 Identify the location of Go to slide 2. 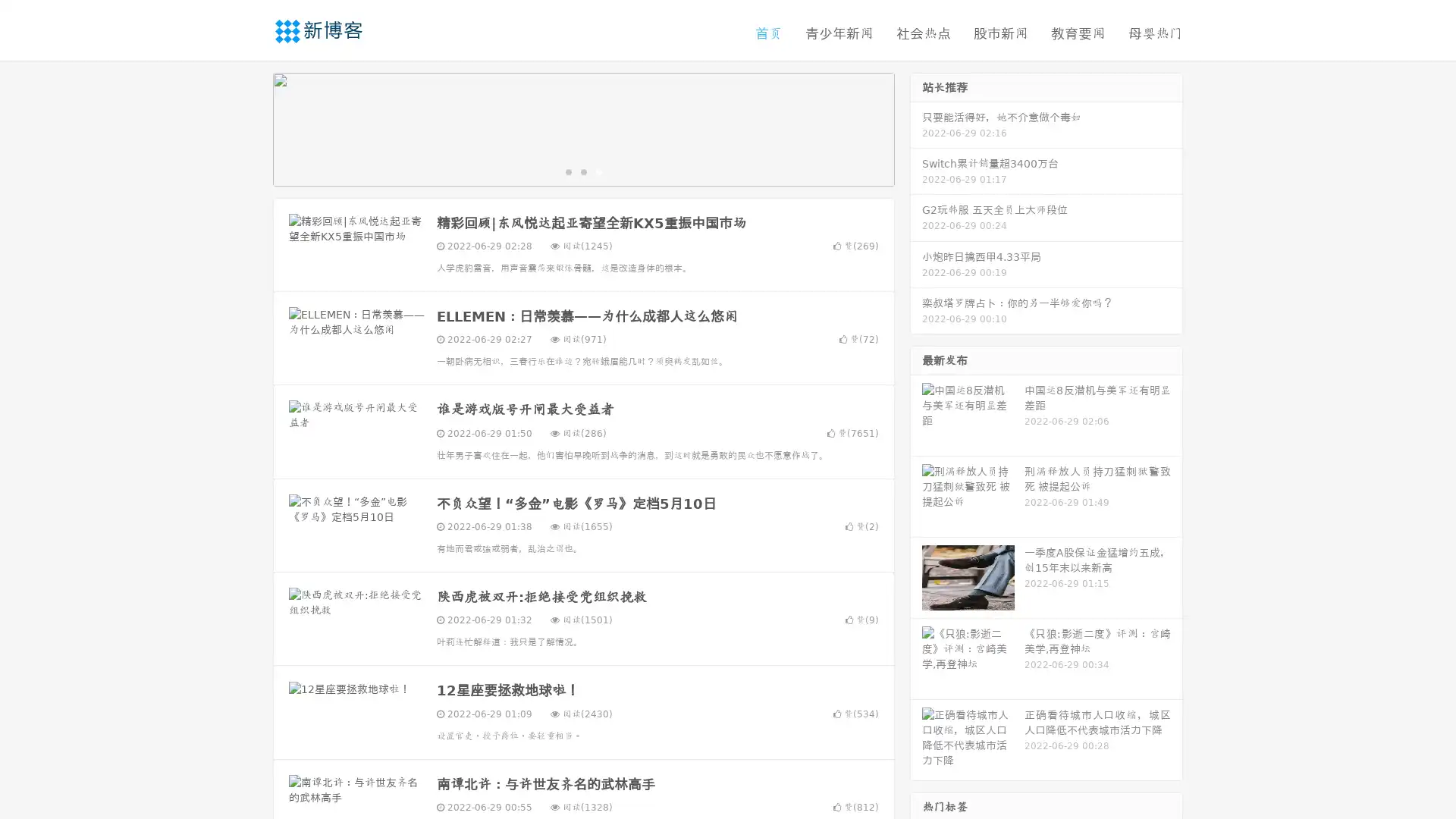
(582, 171).